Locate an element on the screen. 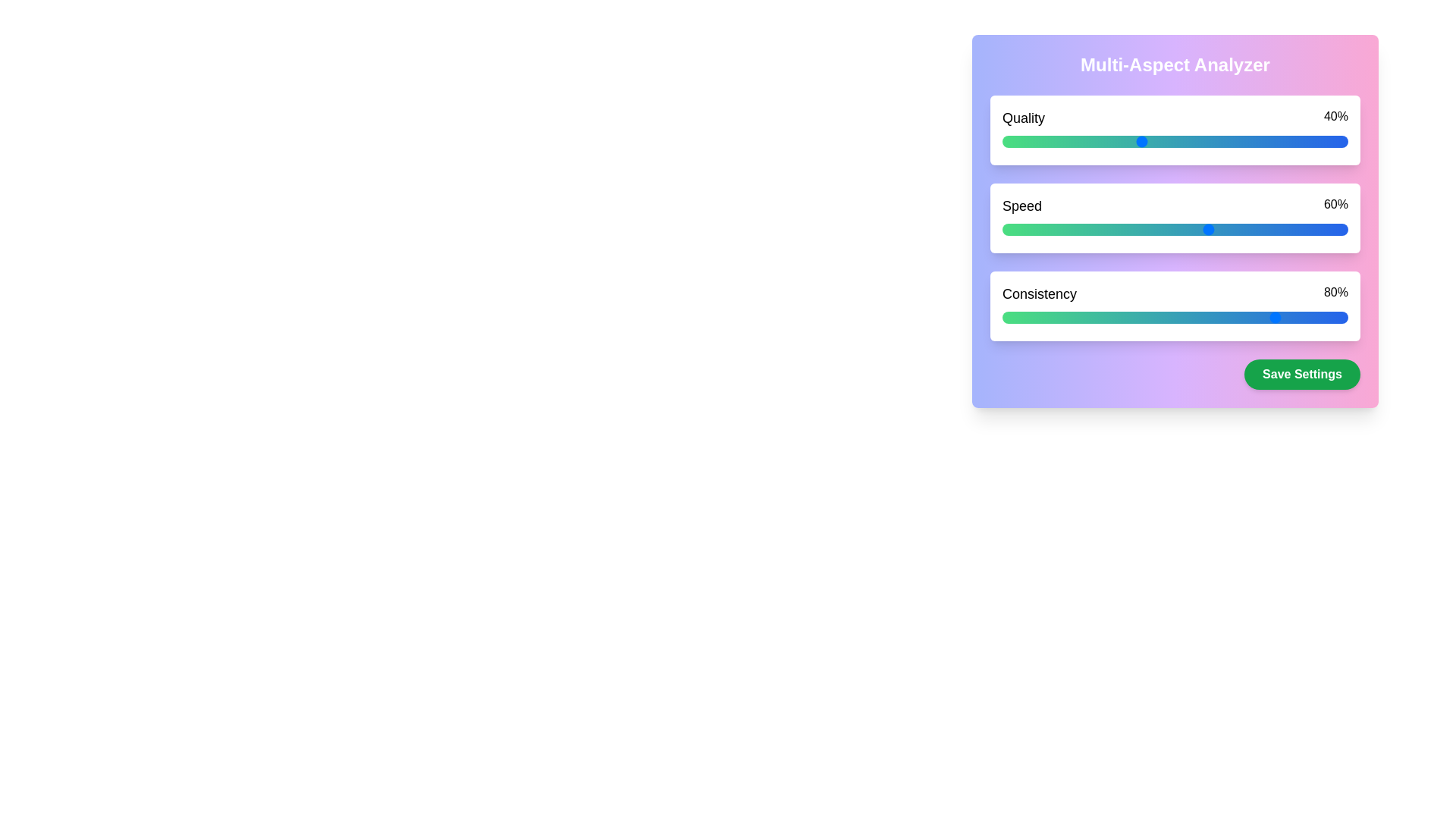 The width and height of the screenshot is (1456, 819). the slider value is located at coordinates (1323, 317).